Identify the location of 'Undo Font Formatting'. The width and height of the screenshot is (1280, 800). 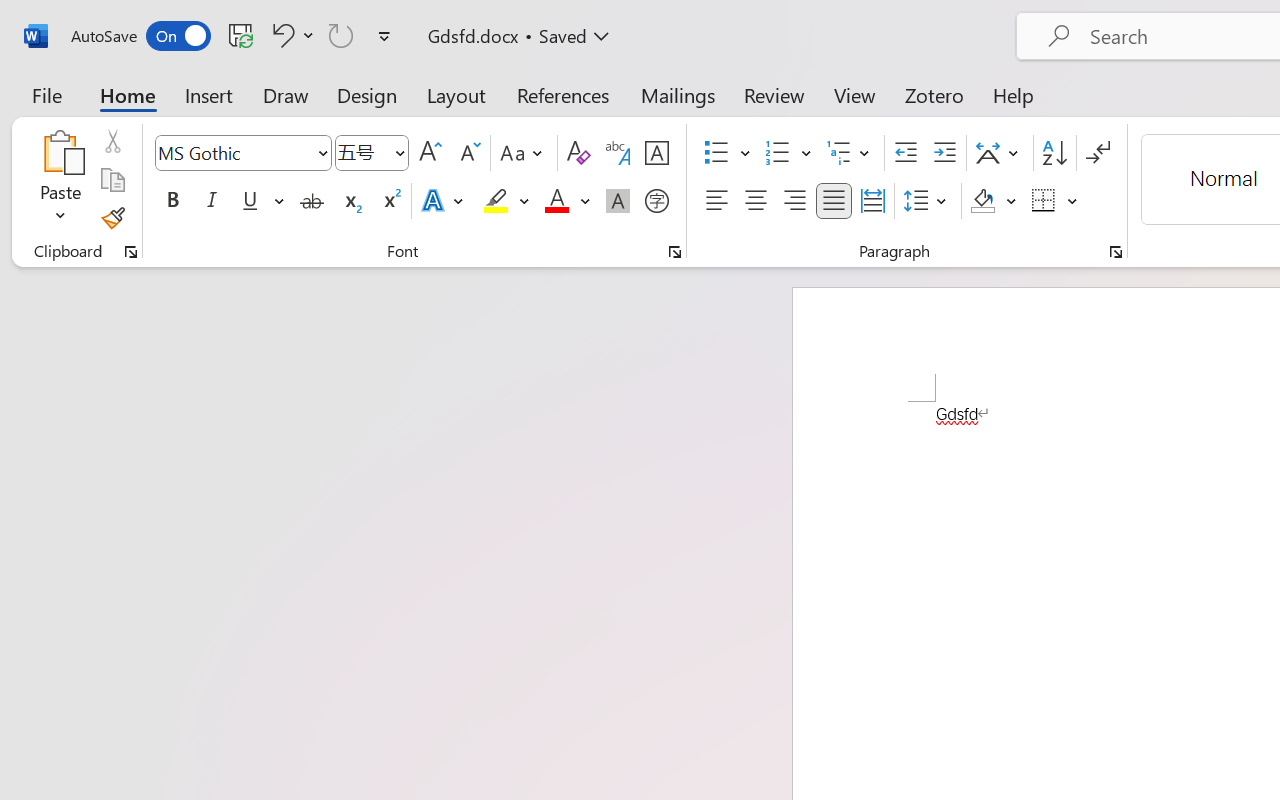
(279, 34).